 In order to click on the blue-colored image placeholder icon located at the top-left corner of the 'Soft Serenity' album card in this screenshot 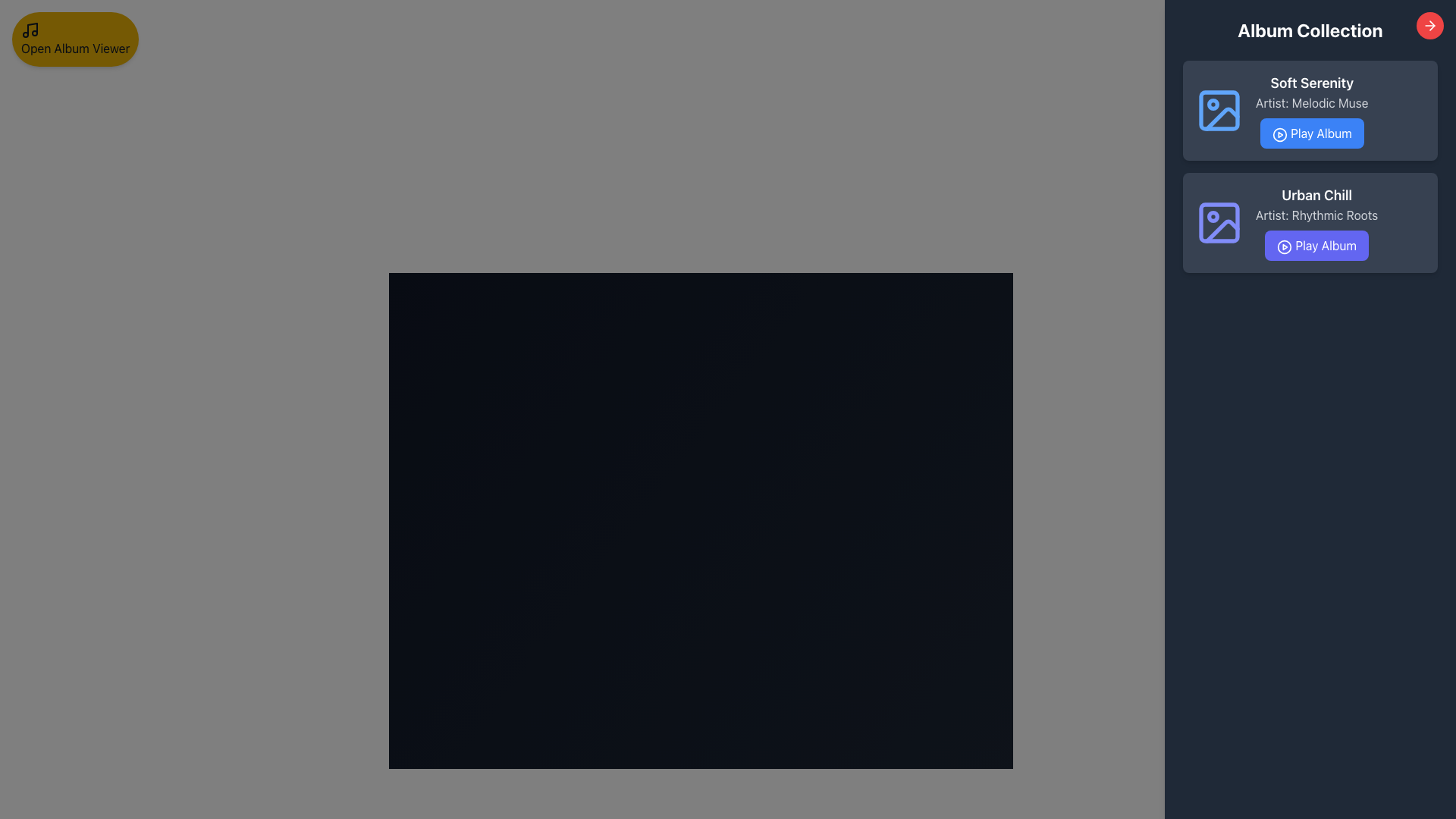, I will do `click(1219, 110)`.